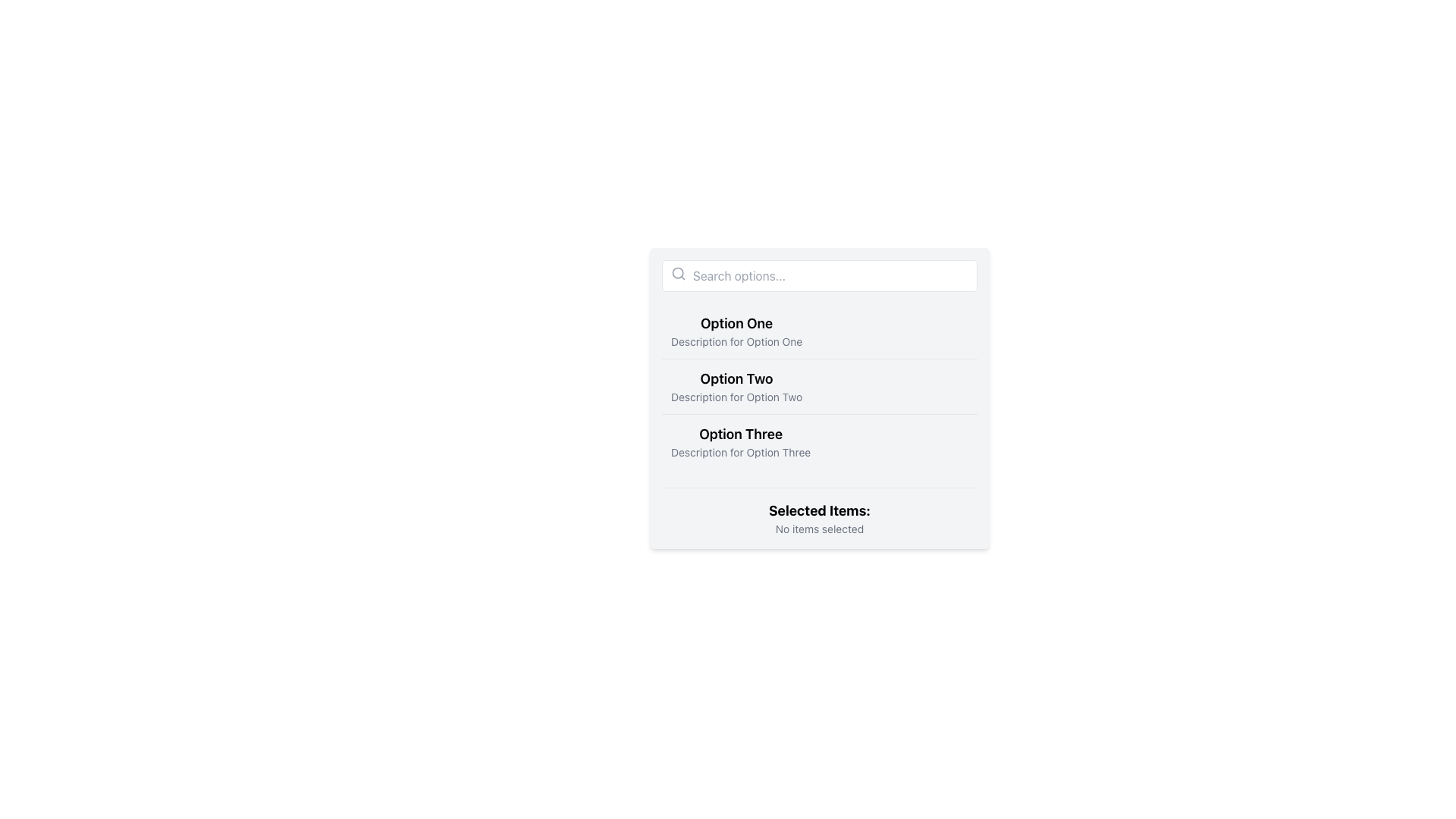  Describe the element at coordinates (736, 330) in the screenshot. I see `the first selectable item in the list, labeled 'Option One'` at that location.